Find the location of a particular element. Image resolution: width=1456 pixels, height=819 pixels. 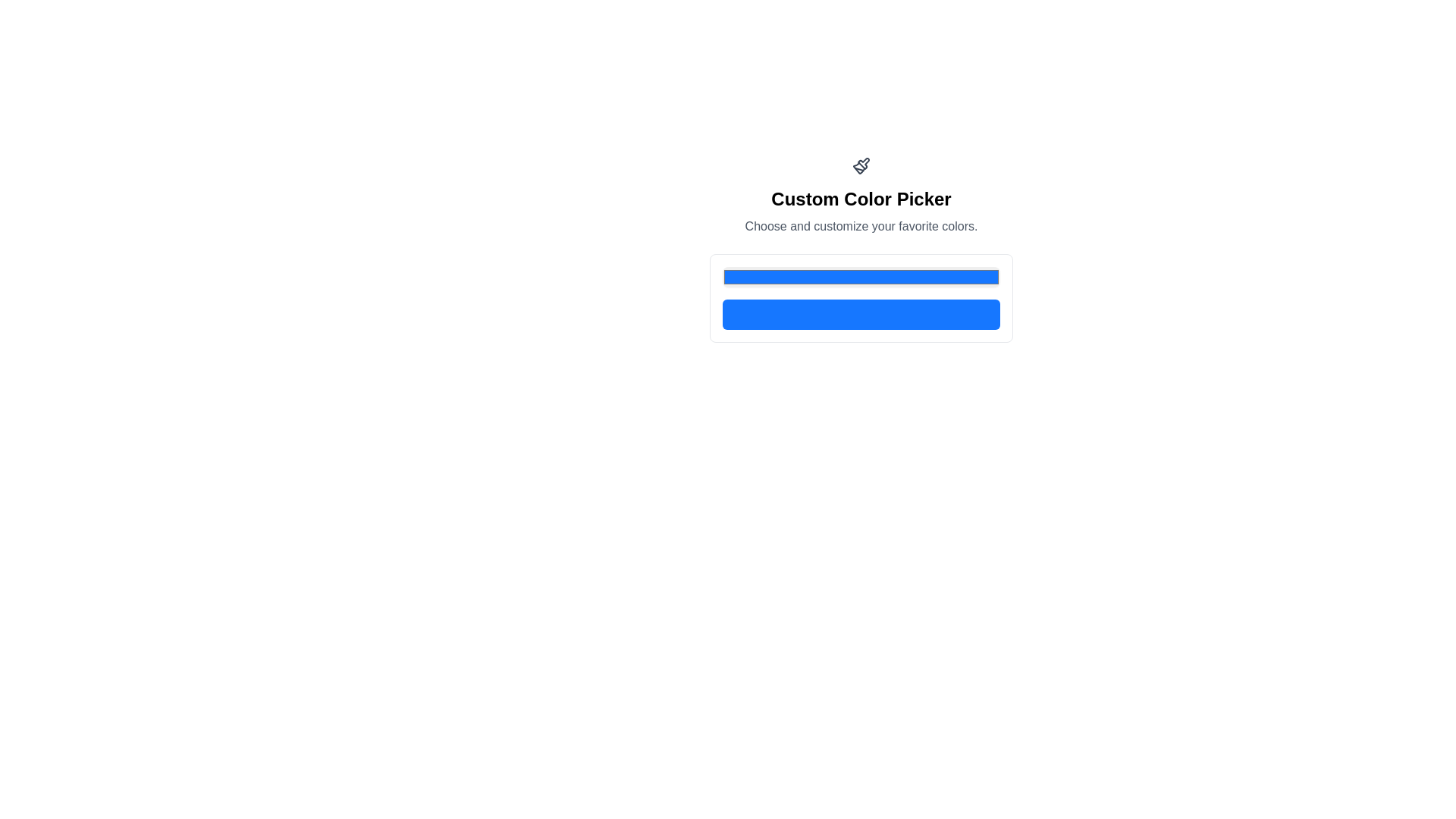

the Header Section titled 'Custom Color Picker', which features a bold heading and a smaller descriptive text below it, positioned centrally above the color input and preview bar is located at coordinates (861, 249).